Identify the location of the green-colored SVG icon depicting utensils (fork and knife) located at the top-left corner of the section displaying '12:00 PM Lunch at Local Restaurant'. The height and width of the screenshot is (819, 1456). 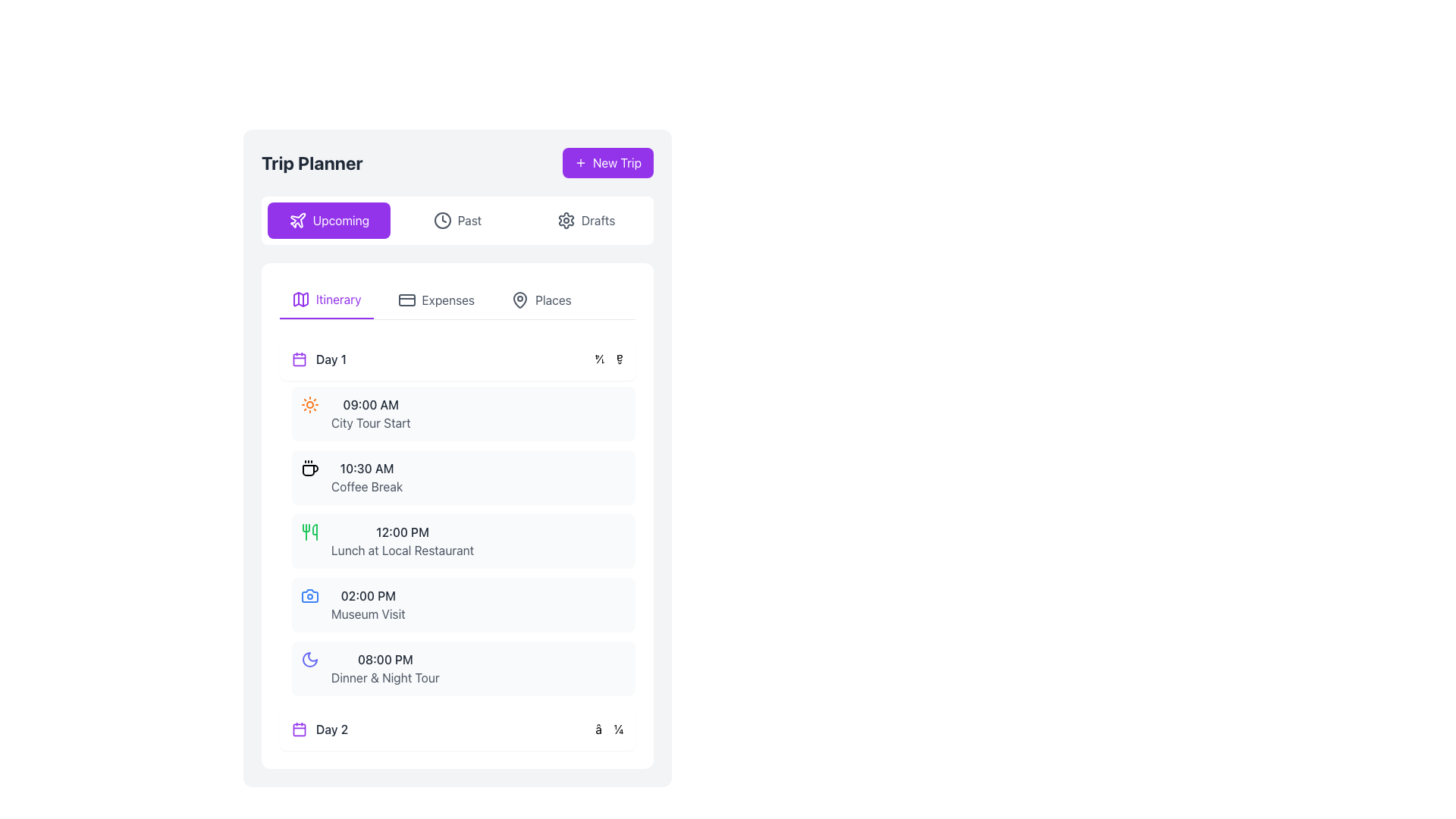
(309, 532).